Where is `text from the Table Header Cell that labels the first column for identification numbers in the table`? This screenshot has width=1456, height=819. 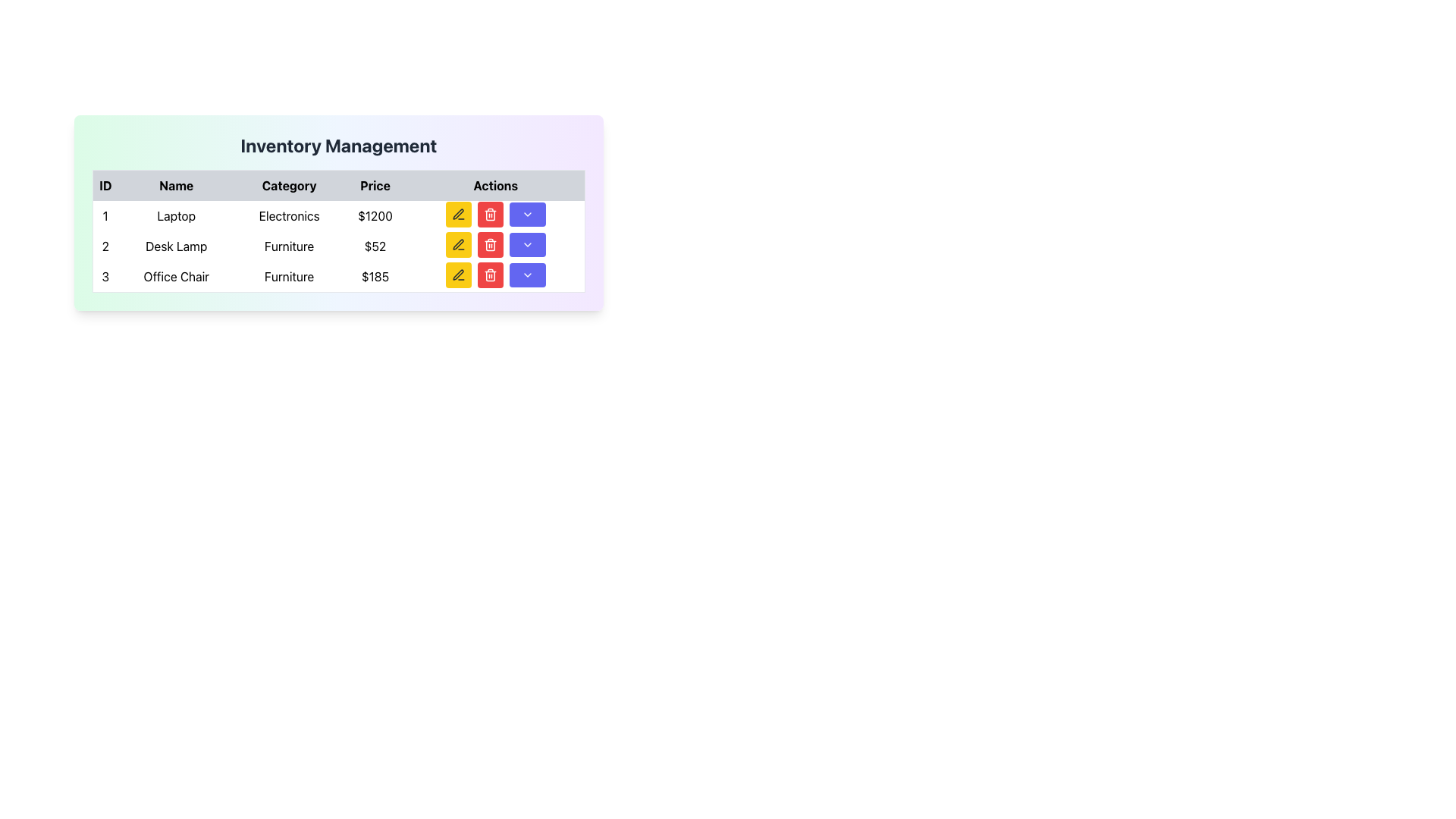 text from the Table Header Cell that labels the first column for identification numbers in the table is located at coordinates (105, 184).